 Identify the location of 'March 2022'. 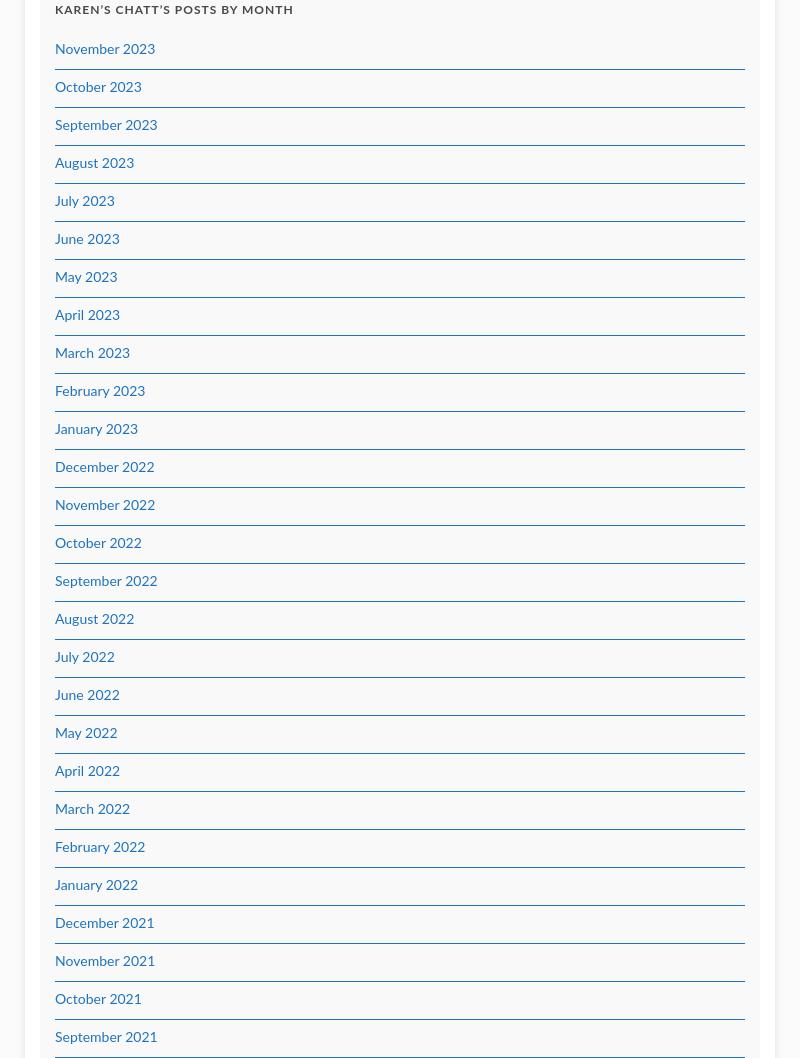
(92, 809).